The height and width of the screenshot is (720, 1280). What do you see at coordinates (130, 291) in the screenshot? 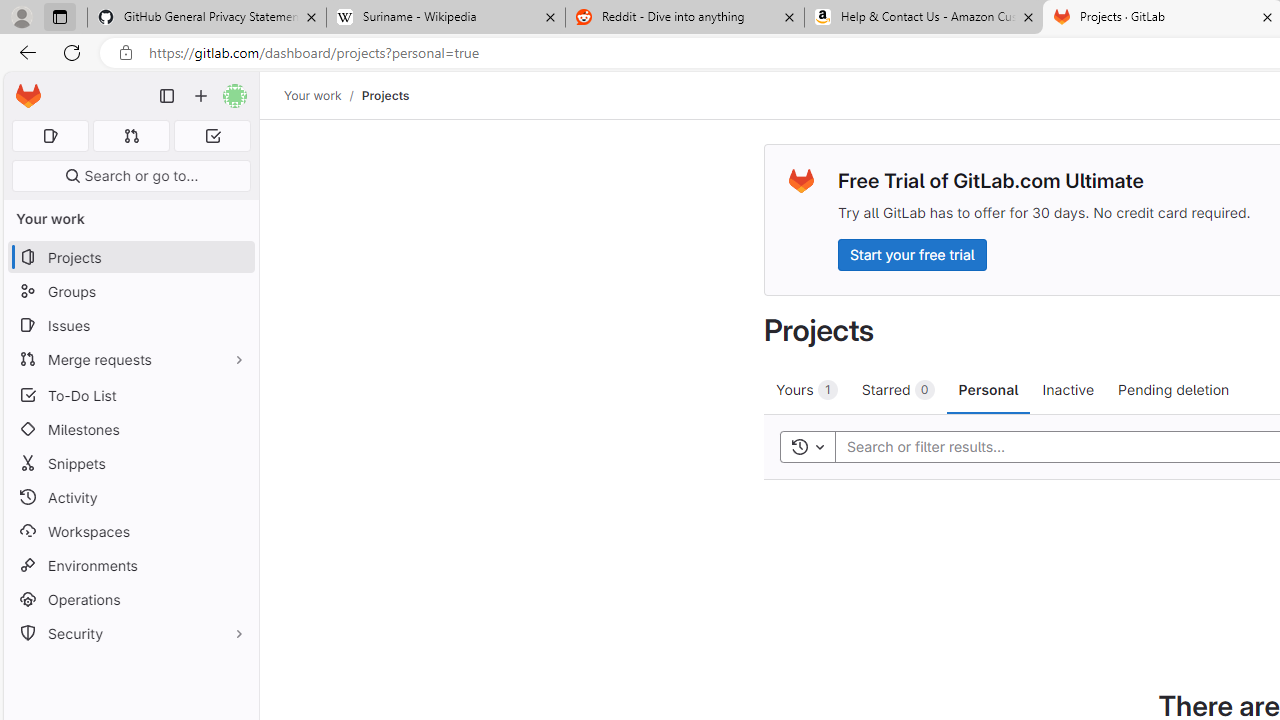
I see `'Groups'` at bounding box center [130, 291].